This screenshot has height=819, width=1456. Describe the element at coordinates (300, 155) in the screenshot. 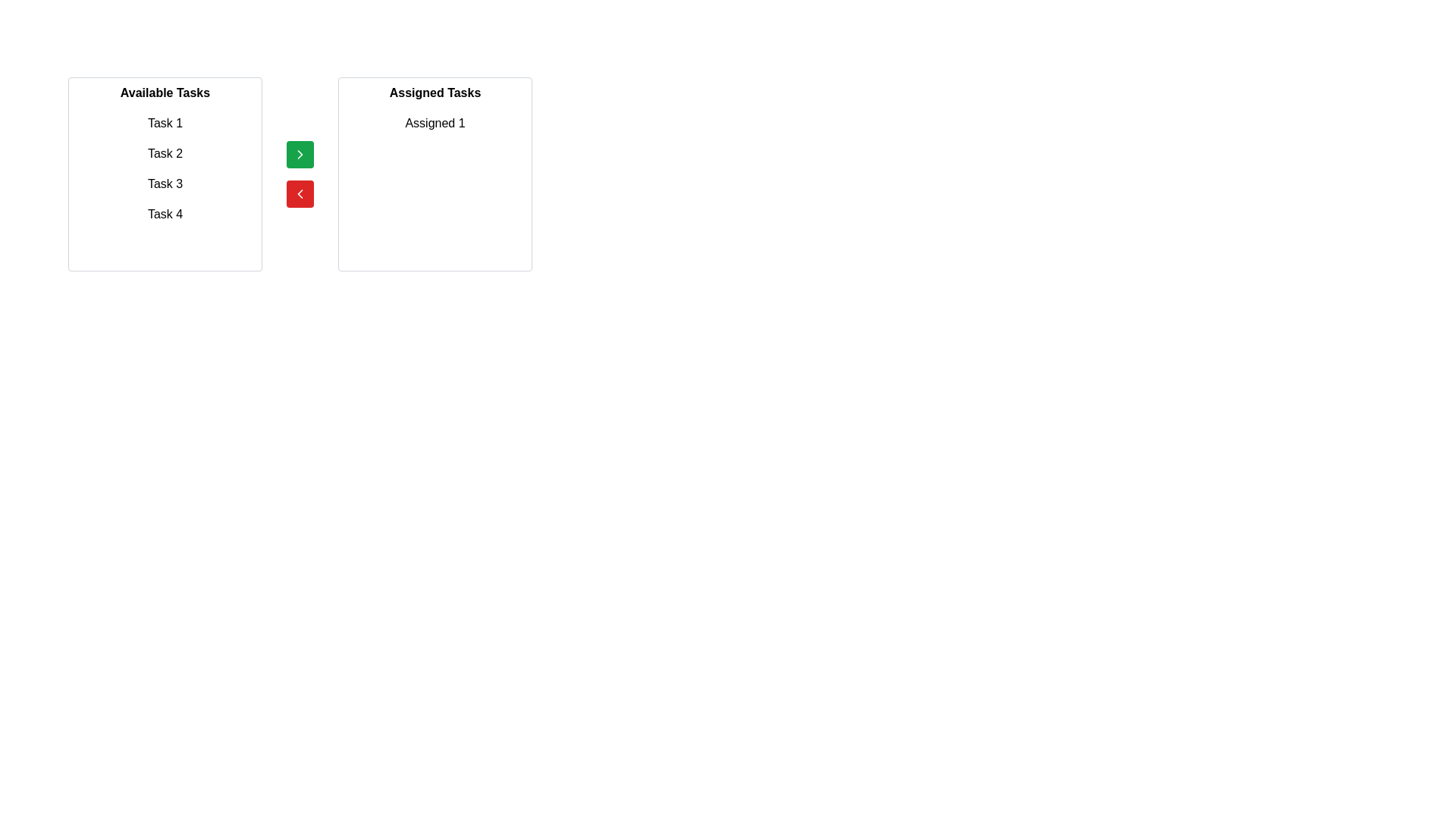

I see `the button that moves items from 'Available Tasks' to 'Assigned Tasks'` at that location.